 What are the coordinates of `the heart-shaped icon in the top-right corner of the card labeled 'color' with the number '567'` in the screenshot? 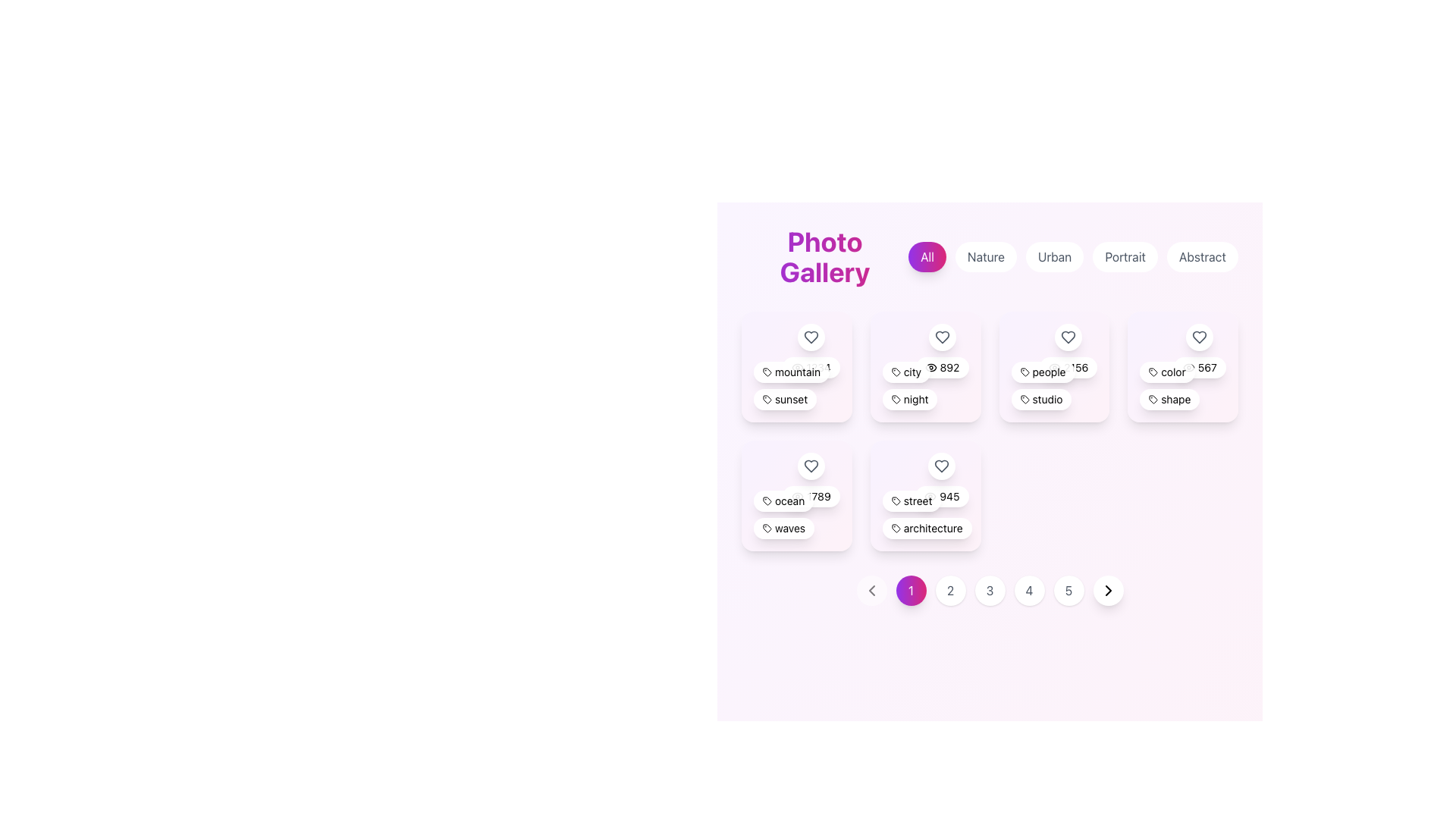 It's located at (1199, 336).